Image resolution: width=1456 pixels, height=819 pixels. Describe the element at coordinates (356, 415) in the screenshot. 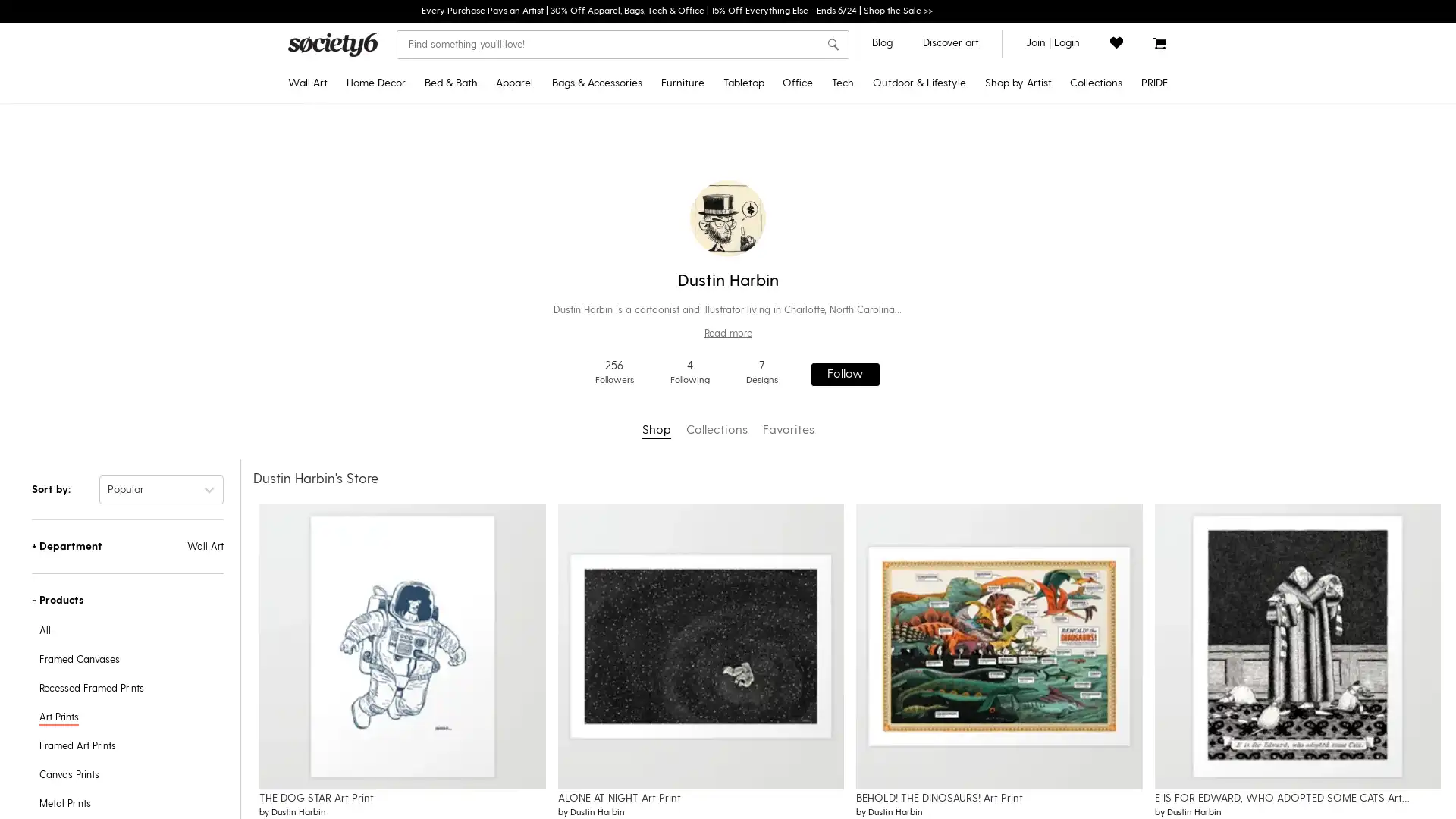

I see `Framed Mini Art Prints` at that location.